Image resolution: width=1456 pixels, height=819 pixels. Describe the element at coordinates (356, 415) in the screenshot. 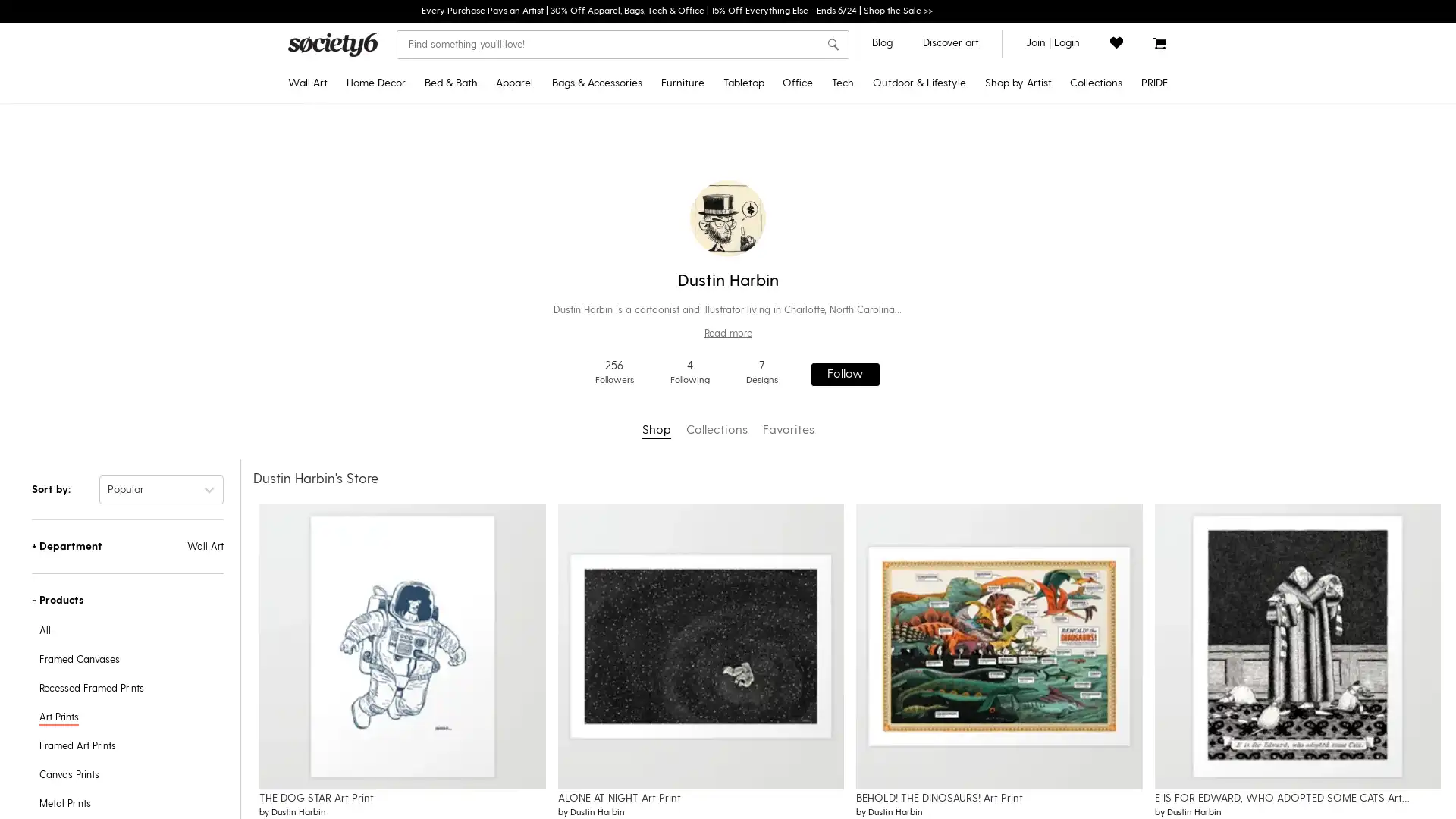

I see `Framed Mini Art Prints` at that location.